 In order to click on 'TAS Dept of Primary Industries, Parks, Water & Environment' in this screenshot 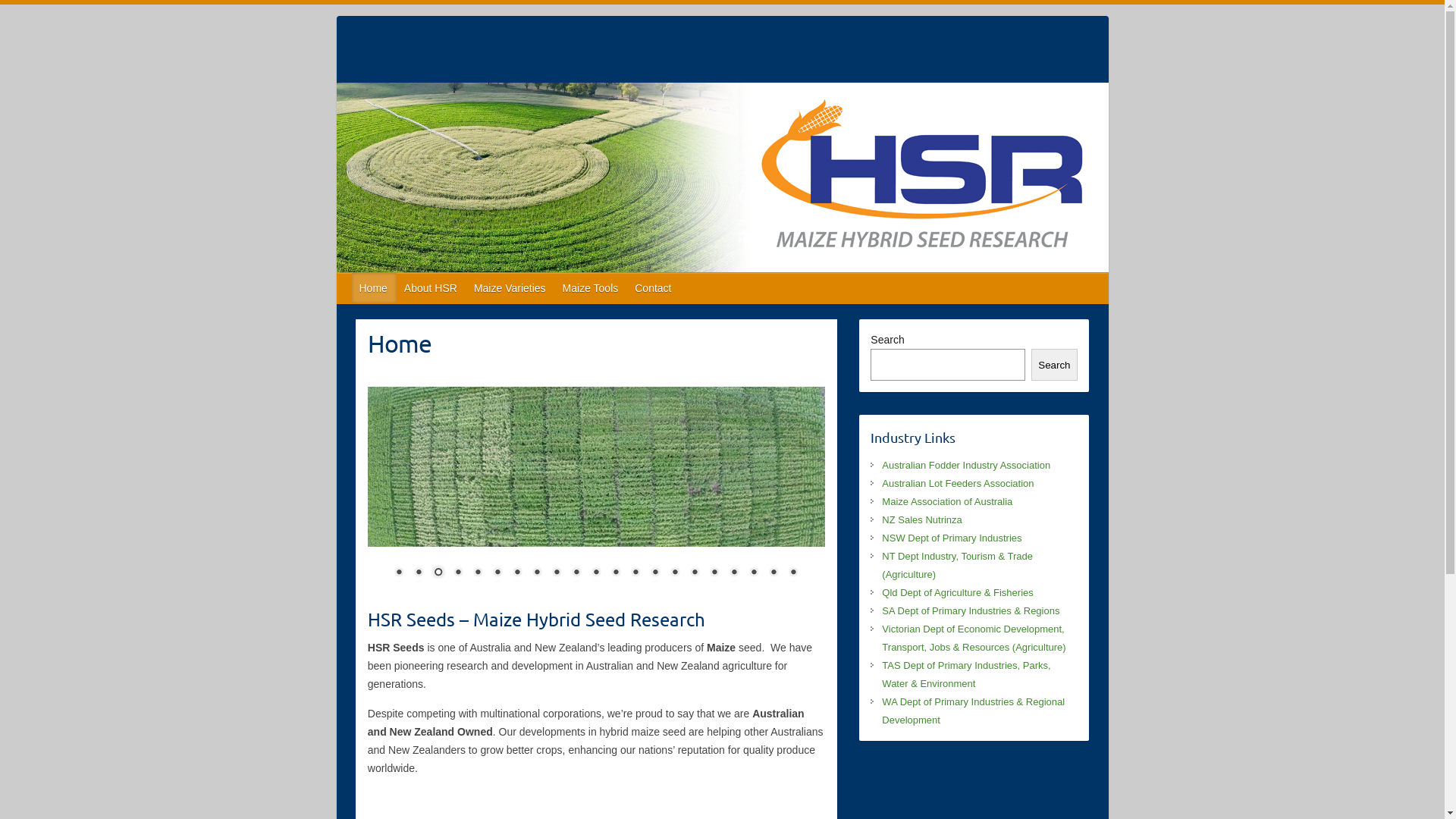, I will do `click(965, 673)`.